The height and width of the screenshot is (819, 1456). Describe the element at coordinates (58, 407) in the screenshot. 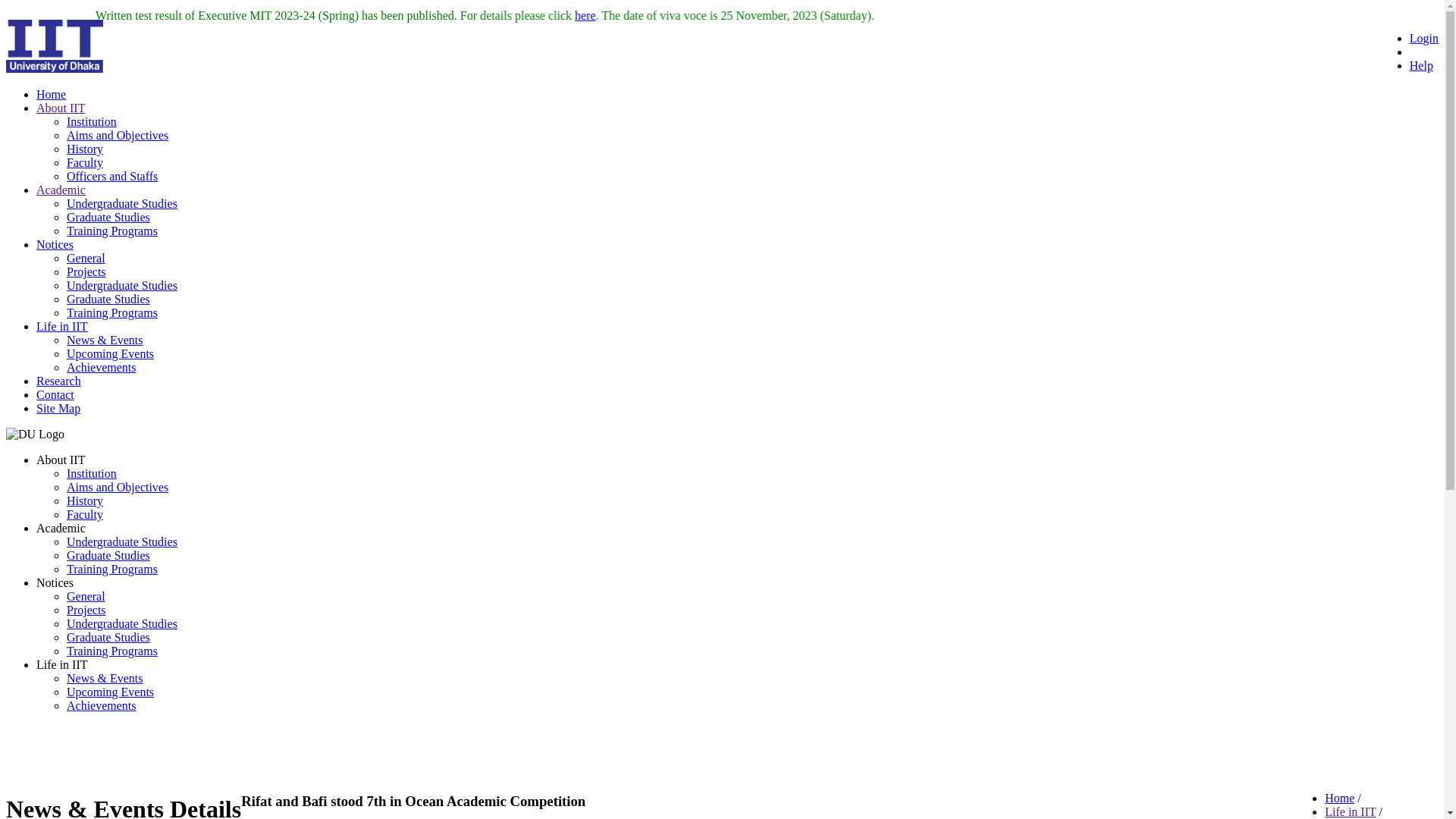

I see `'Site Map'` at that location.